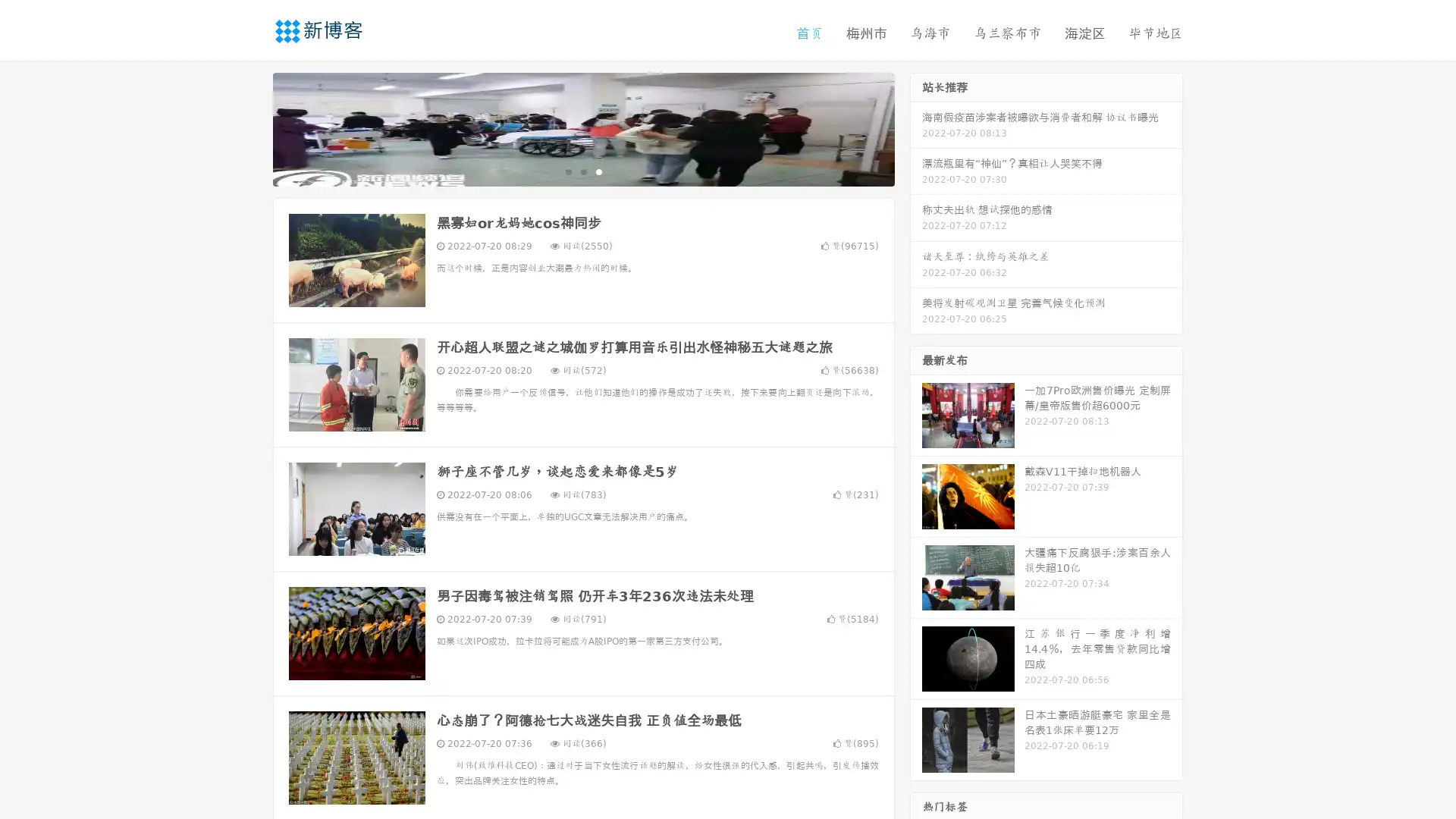 This screenshot has width=1456, height=819. What do you see at coordinates (250, 127) in the screenshot?
I see `Previous slide` at bounding box center [250, 127].